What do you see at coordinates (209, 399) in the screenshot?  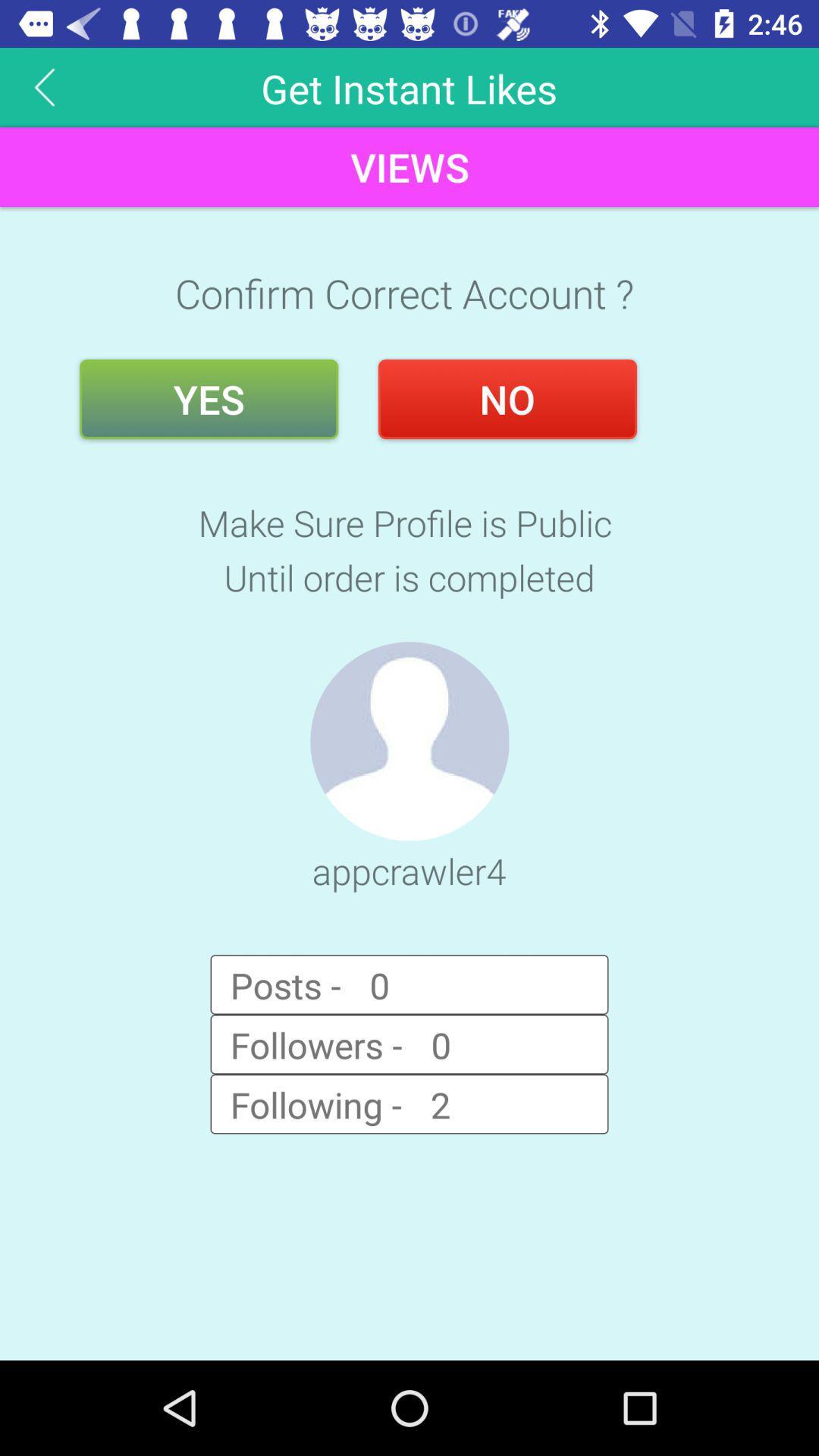 I see `the icon to the left of the no` at bounding box center [209, 399].